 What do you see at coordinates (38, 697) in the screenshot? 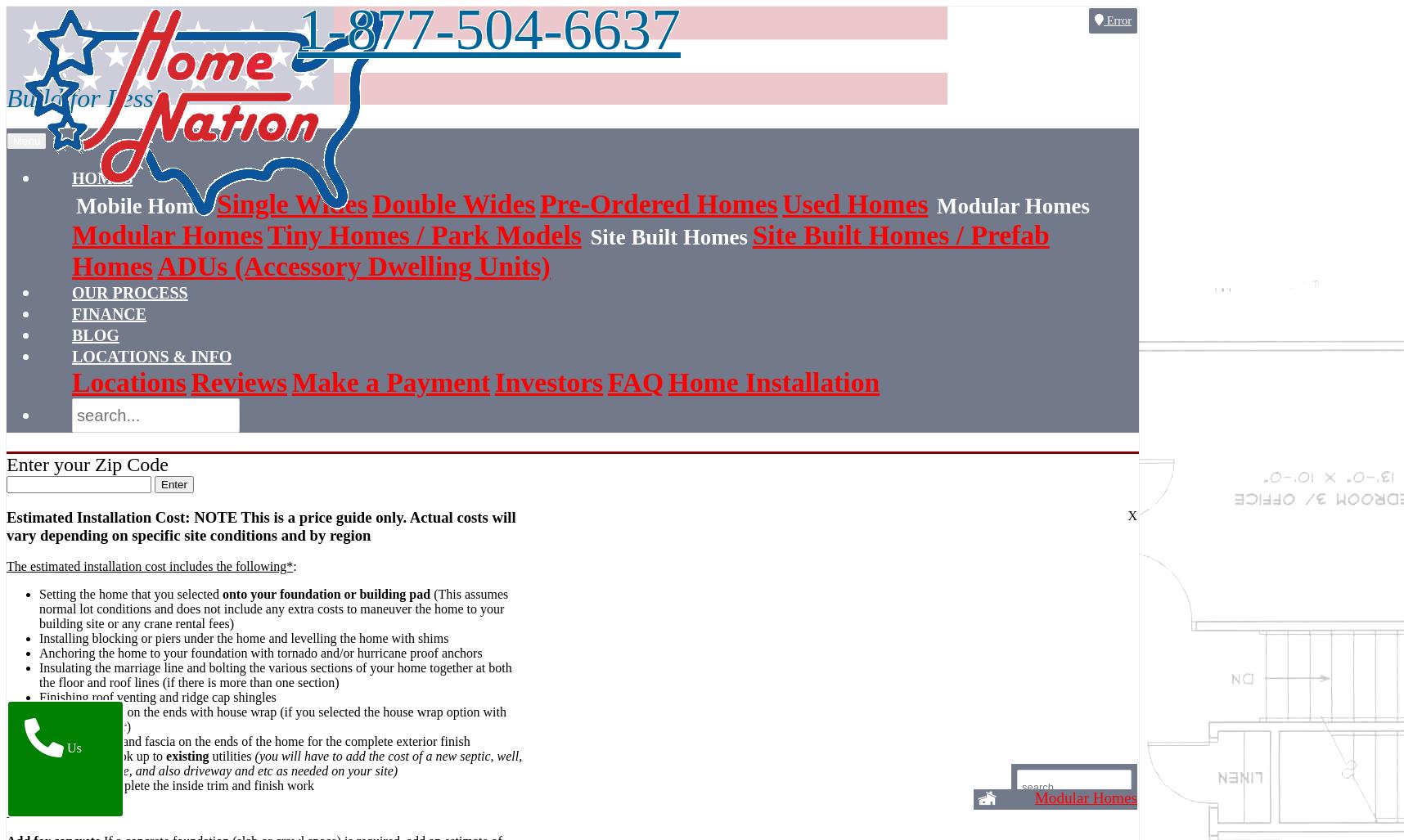
I see `'Finishing roof venting and ridge cap shingles'` at bounding box center [38, 697].